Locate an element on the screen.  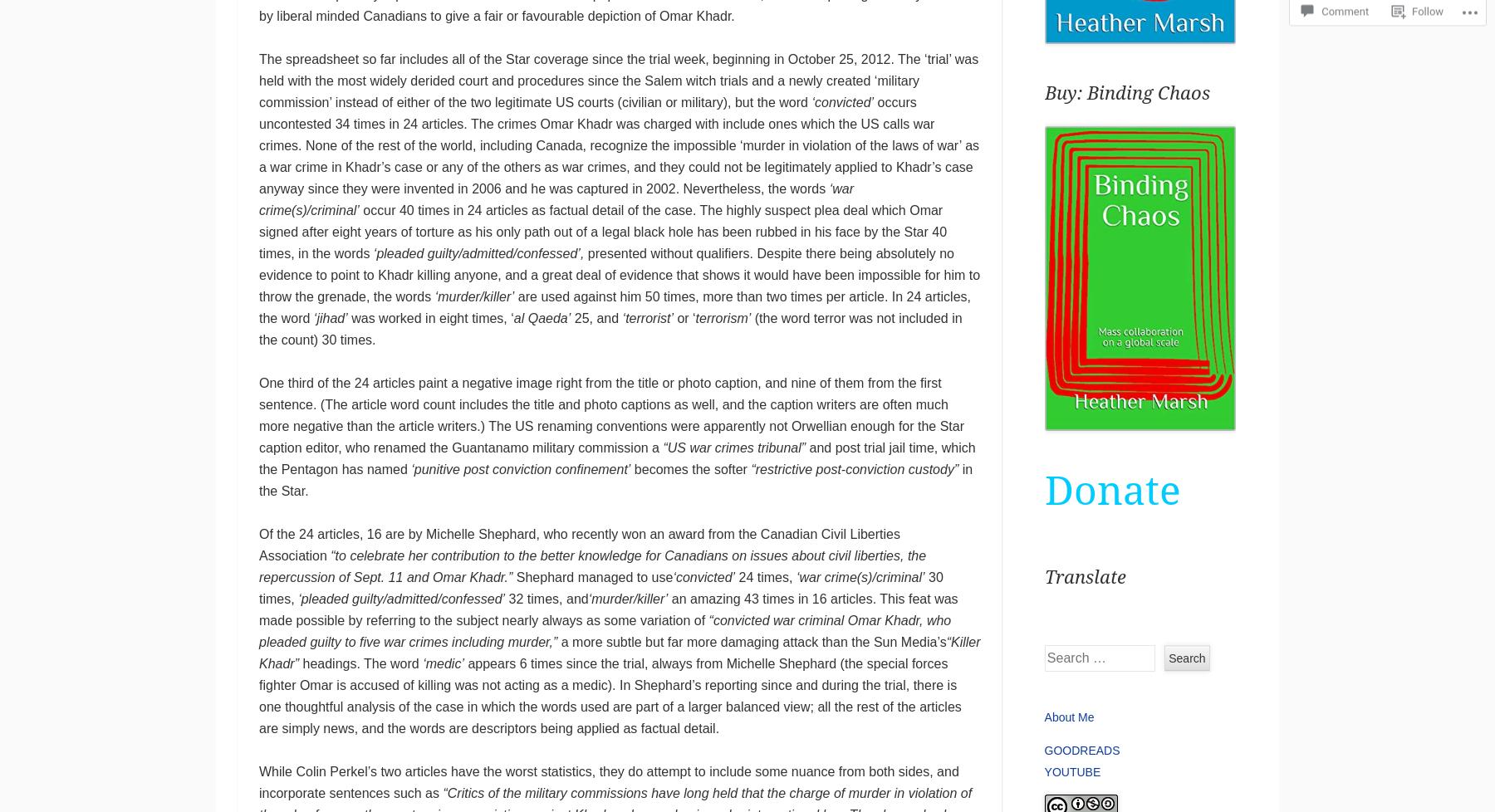
'GOODREADS' is located at coordinates (1081, 748).